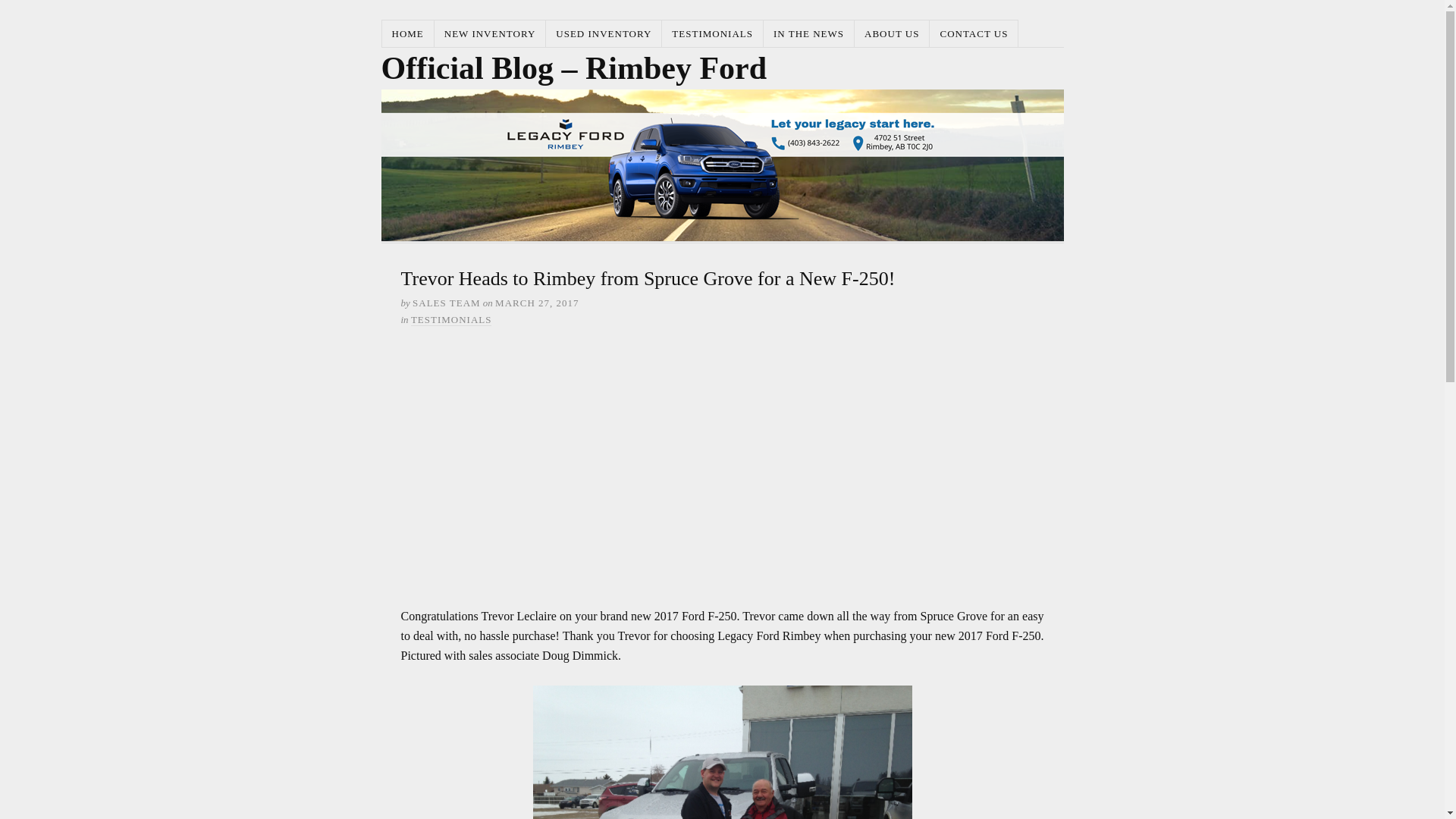 The width and height of the screenshot is (1456, 819). What do you see at coordinates (408, 33) in the screenshot?
I see `'HOME'` at bounding box center [408, 33].